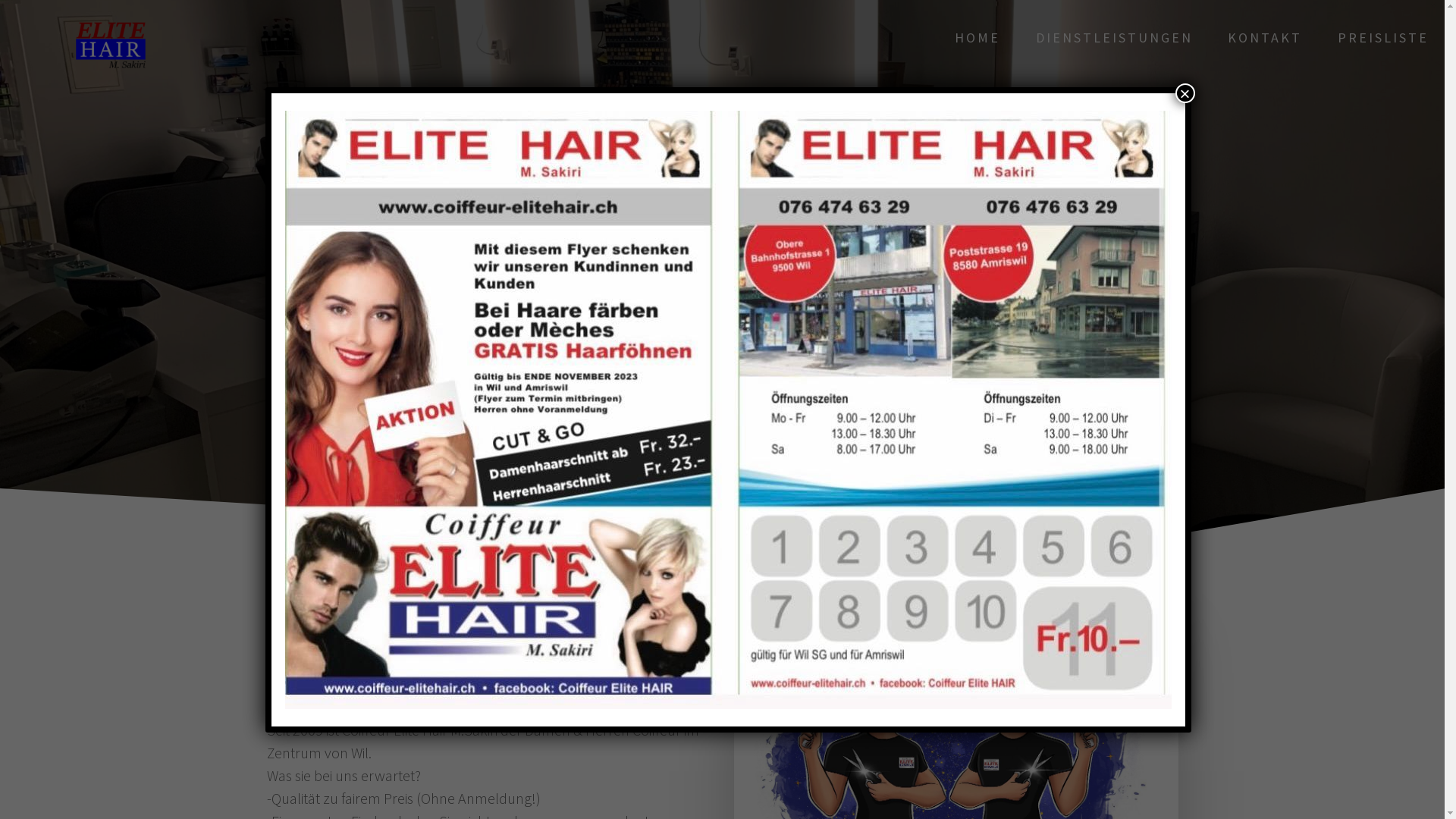 The width and height of the screenshot is (1456, 819). I want to click on 'PREISLISTE', so click(1383, 37).